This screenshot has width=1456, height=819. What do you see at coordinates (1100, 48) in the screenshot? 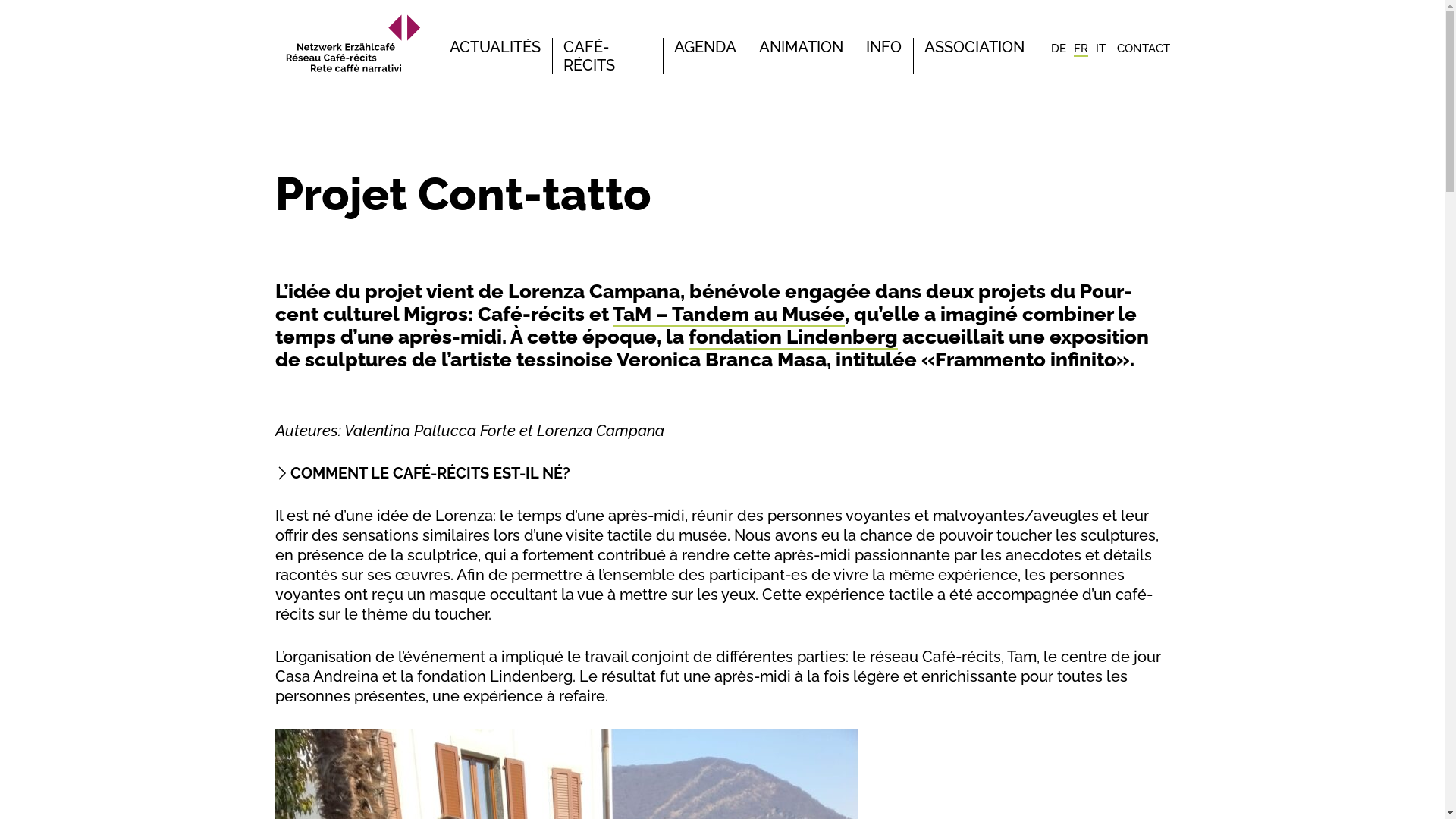
I see `'IT'` at bounding box center [1100, 48].